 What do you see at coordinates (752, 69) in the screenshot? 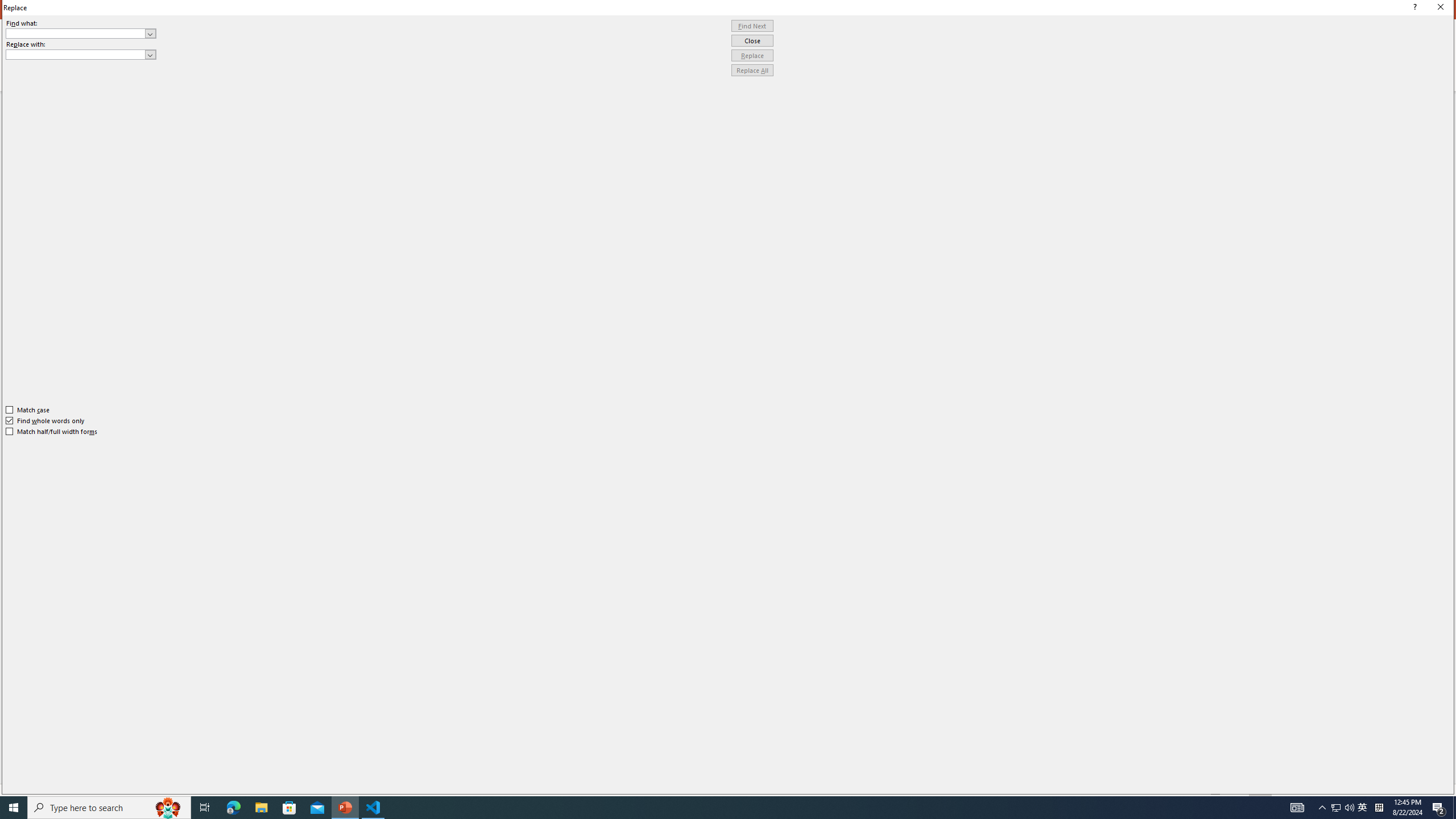
I see `'Replace All'` at bounding box center [752, 69].